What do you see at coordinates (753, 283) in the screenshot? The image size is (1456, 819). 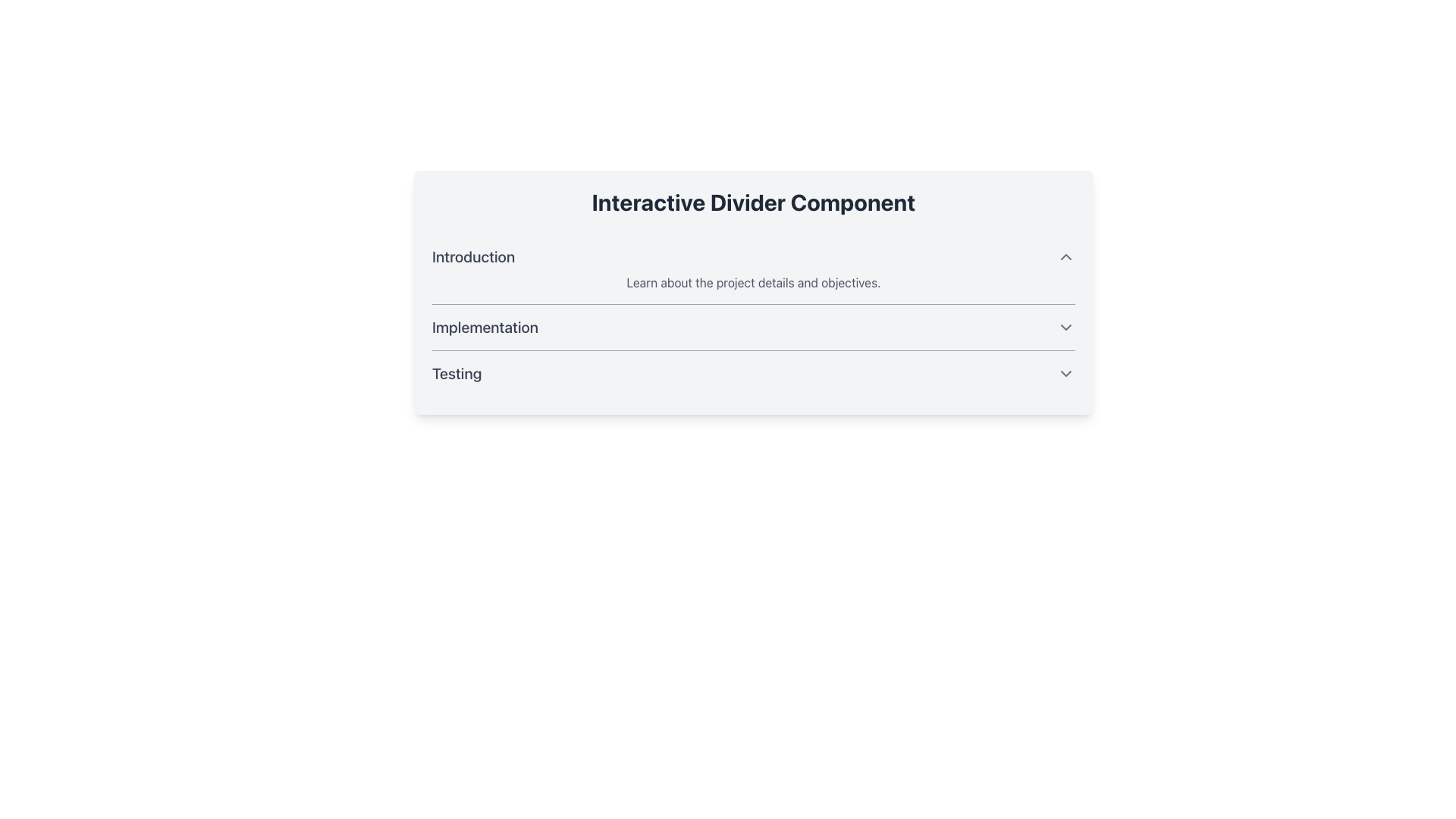 I see `the text label element that reads 'Learn about the project details and objectives.' which is located directly below the 'Introduction' section header` at bounding box center [753, 283].